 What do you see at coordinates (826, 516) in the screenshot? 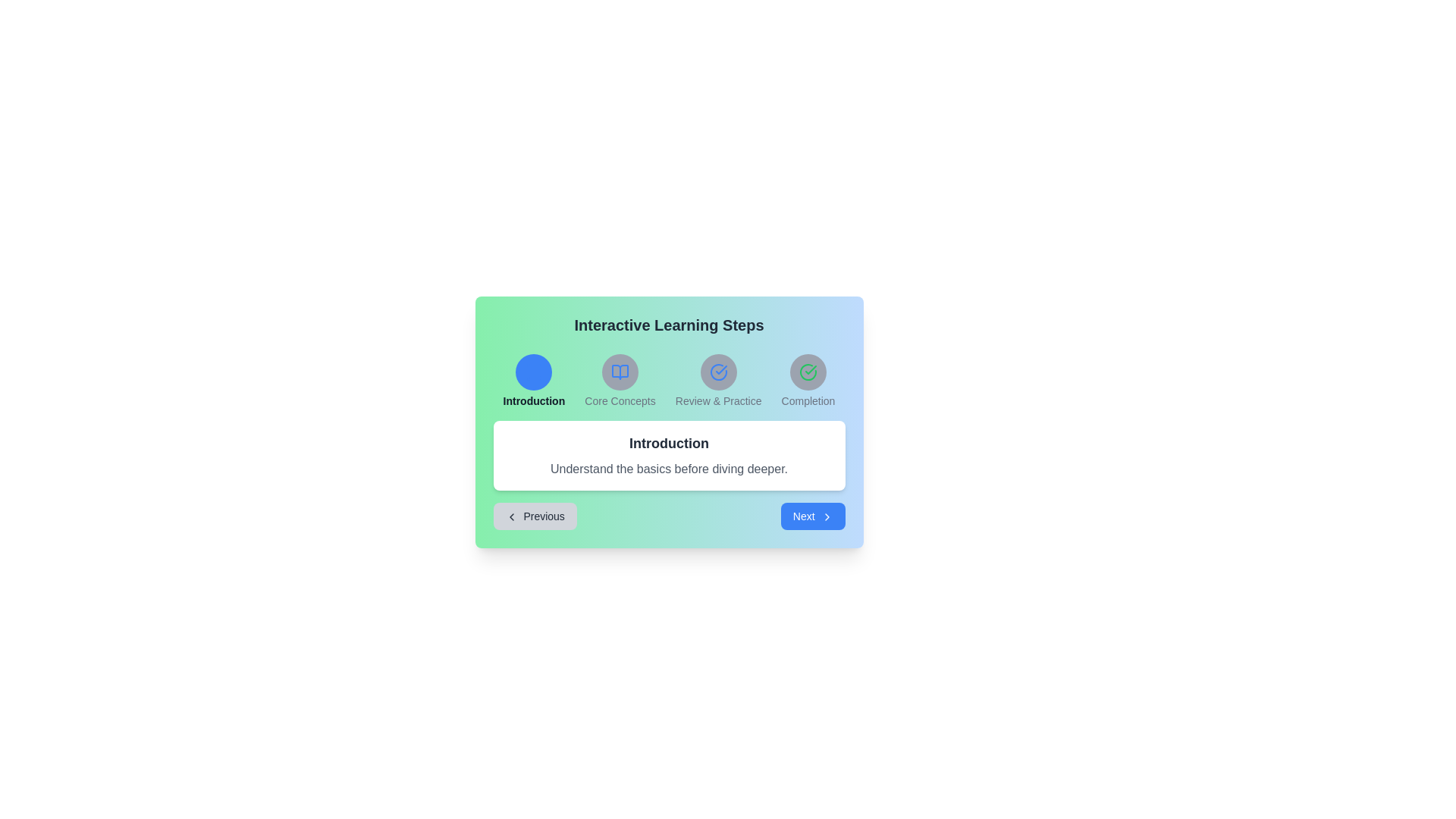
I see `the Chevron icon located inside the 'Next' button at the lower right corner of the dialog box, which visually complements the 'Next' label` at bounding box center [826, 516].